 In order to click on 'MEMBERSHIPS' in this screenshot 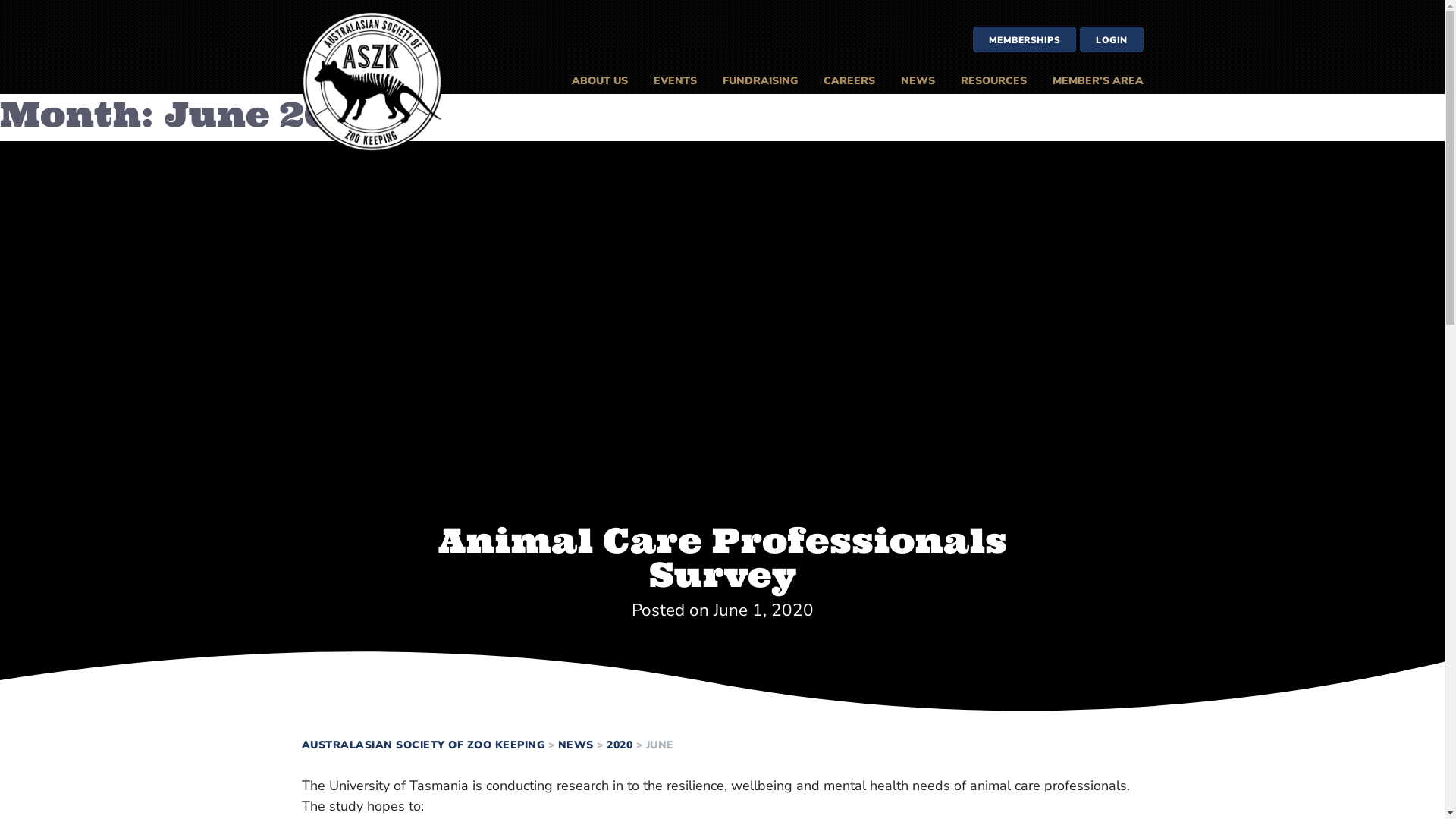, I will do `click(1024, 38)`.